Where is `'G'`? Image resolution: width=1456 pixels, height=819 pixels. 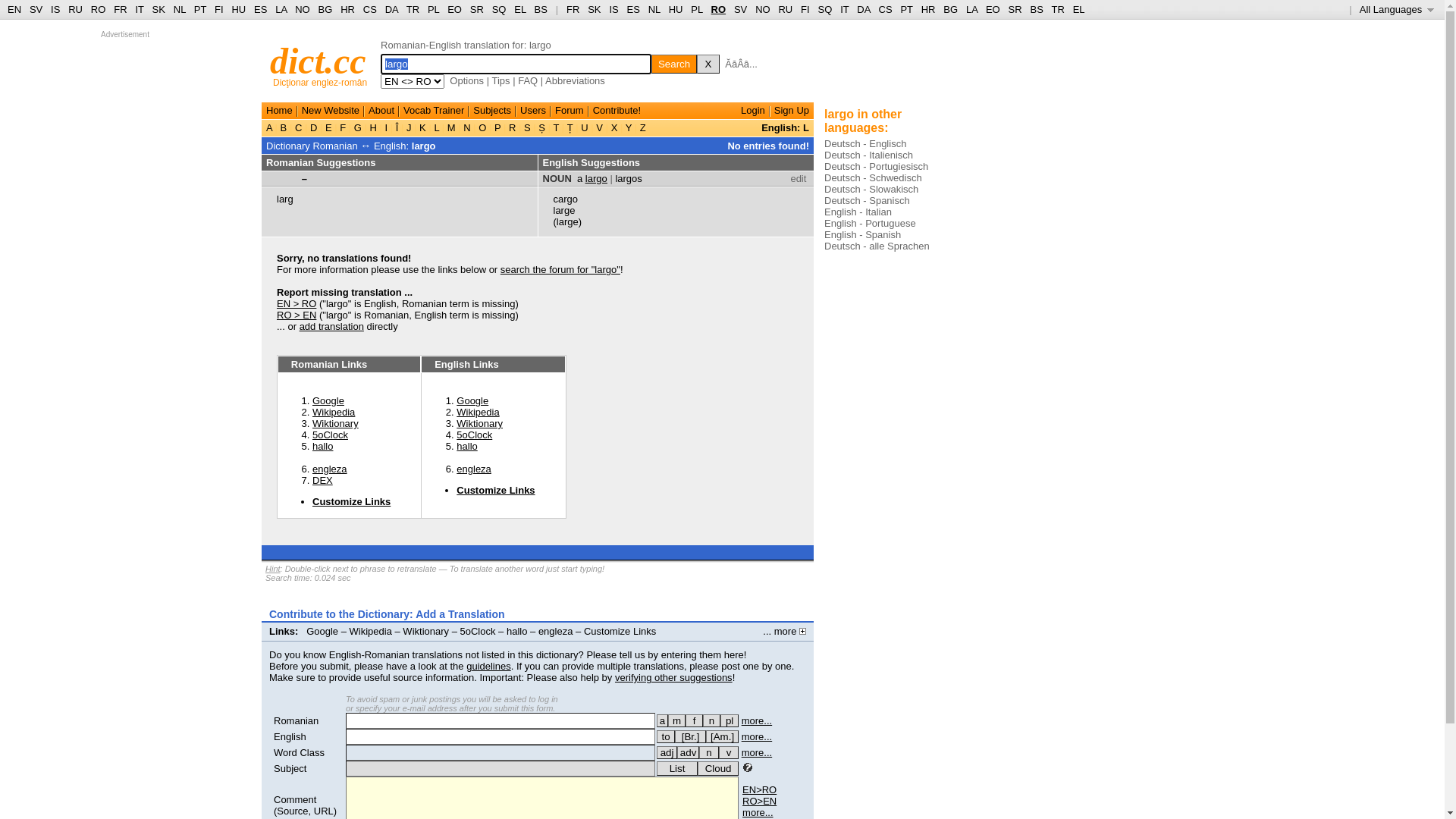
'G' is located at coordinates (356, 127).